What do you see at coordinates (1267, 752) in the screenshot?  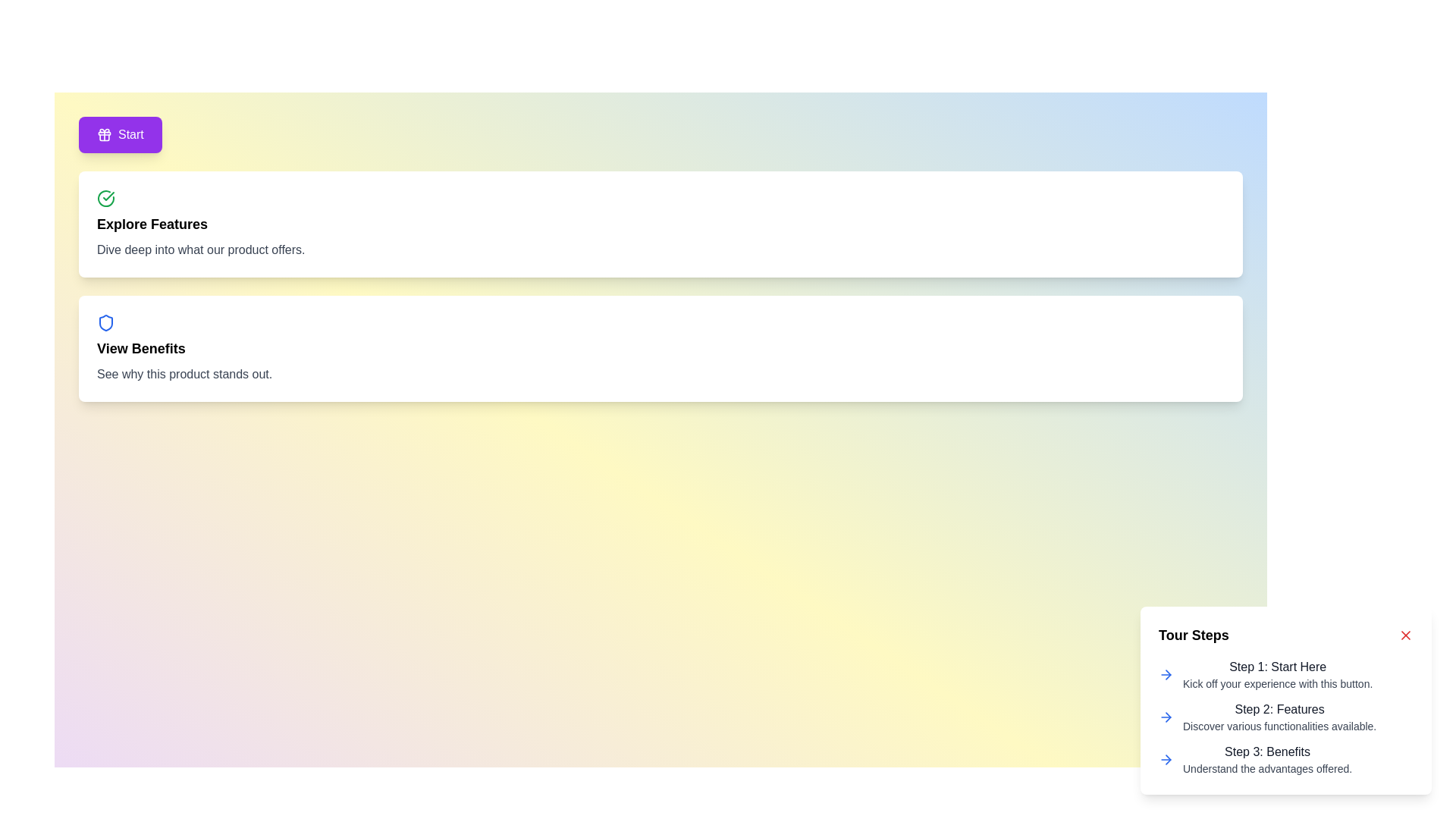 I see `the text label displaying 'Step 3: Benefits', which is part of the step guide and visually emphasized in bold dark gray font` at bounding box center [1267, 752].